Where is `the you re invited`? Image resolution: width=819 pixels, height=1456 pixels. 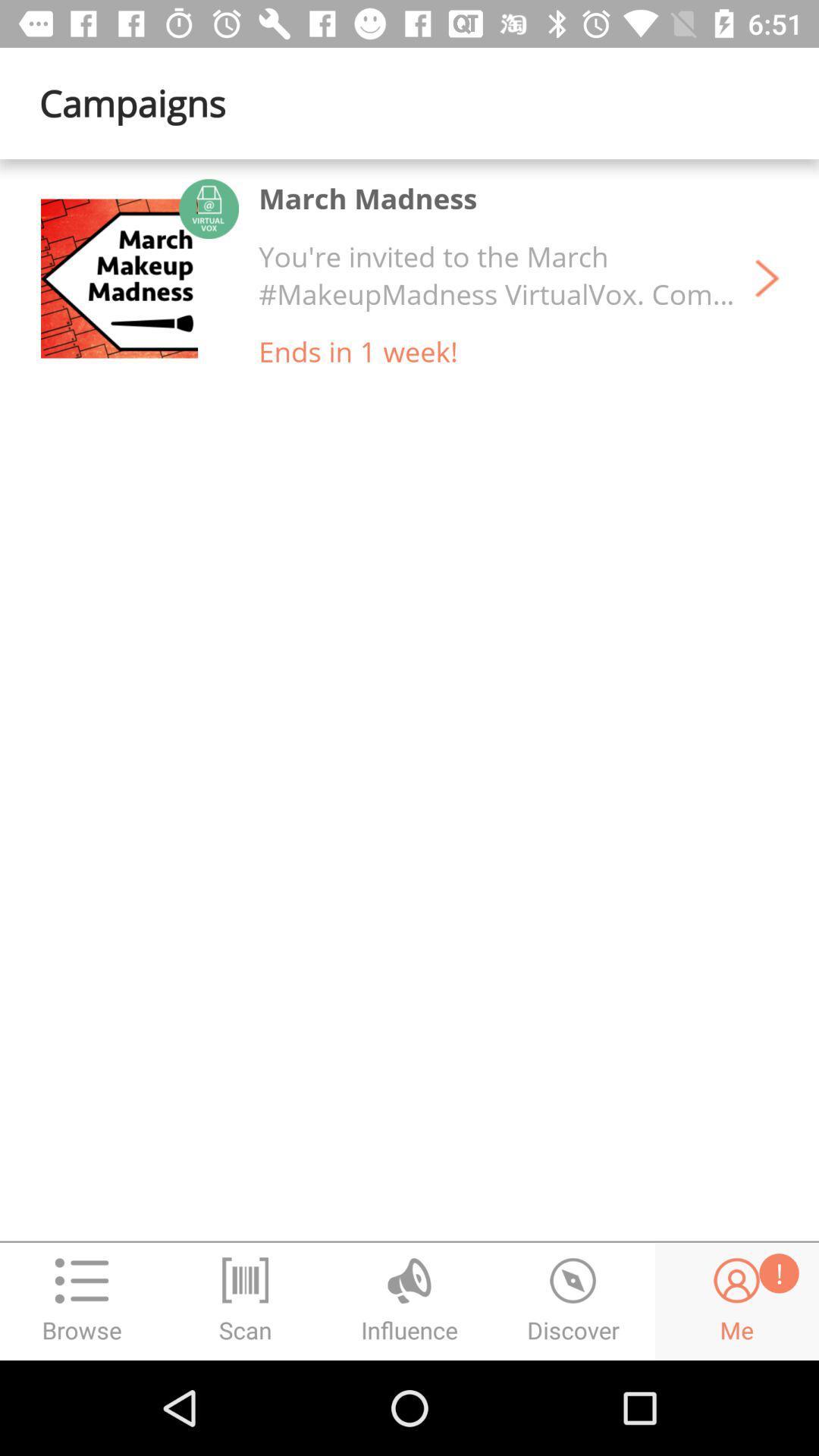 the you re invited is located at coordinates (497, 275).